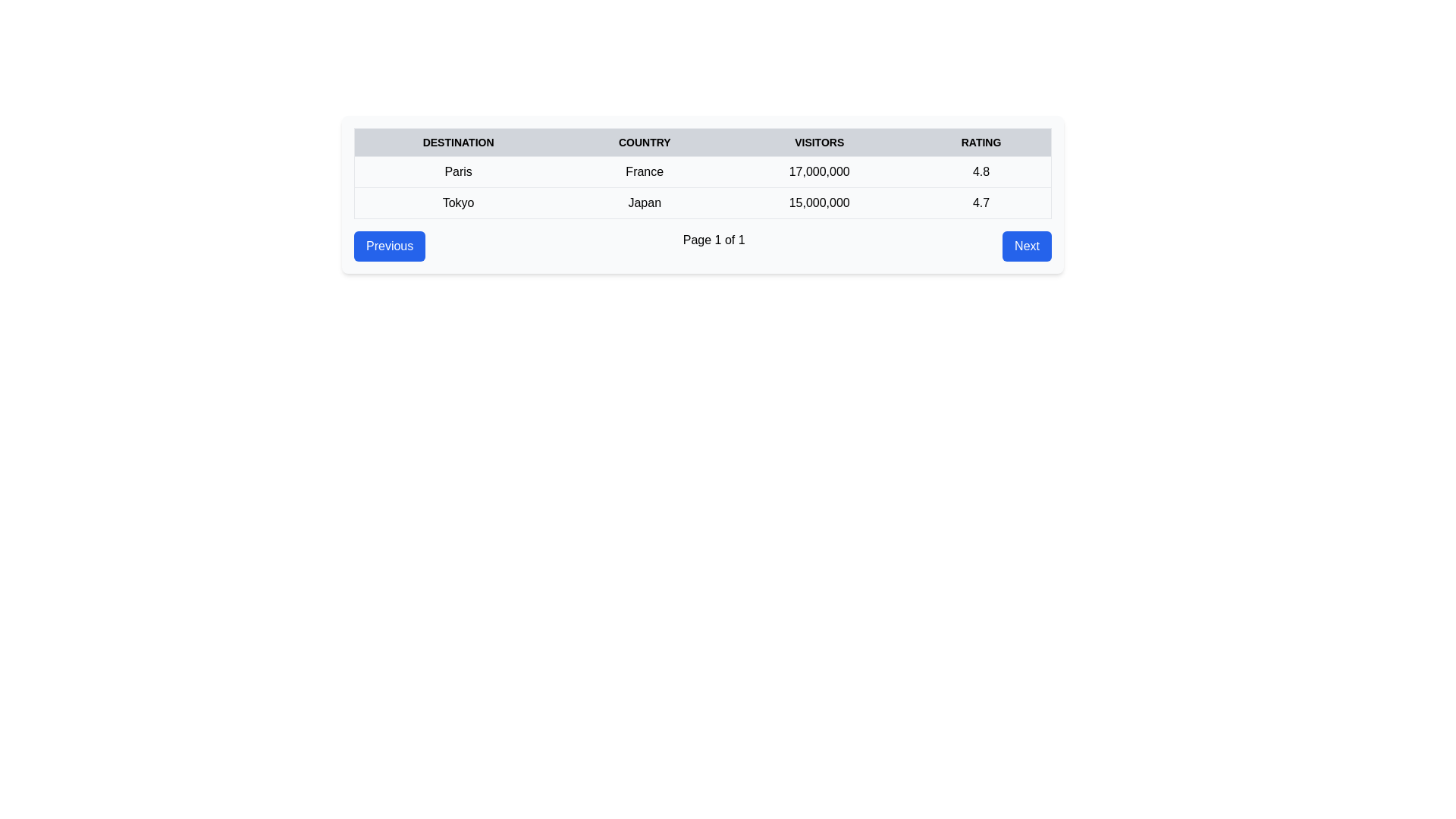 The height and width of the screenshot is (819, 1456). I want to click on the text label displaying the value '4.7', located in the fourth cell of the second row under the 'RATING' header, so click(981, 202).